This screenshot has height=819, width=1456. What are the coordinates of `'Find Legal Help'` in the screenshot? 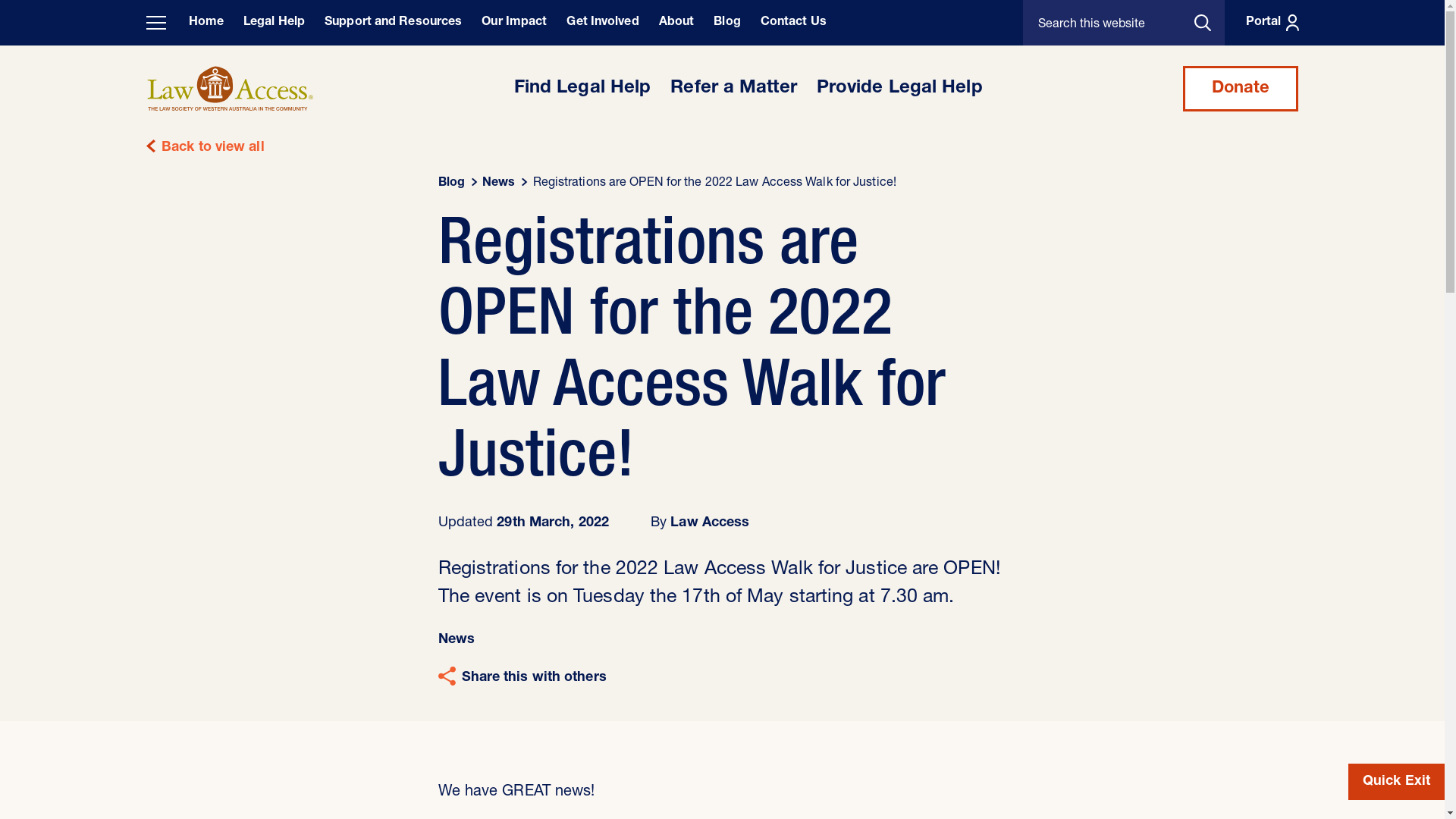 It's located at (582, 88).